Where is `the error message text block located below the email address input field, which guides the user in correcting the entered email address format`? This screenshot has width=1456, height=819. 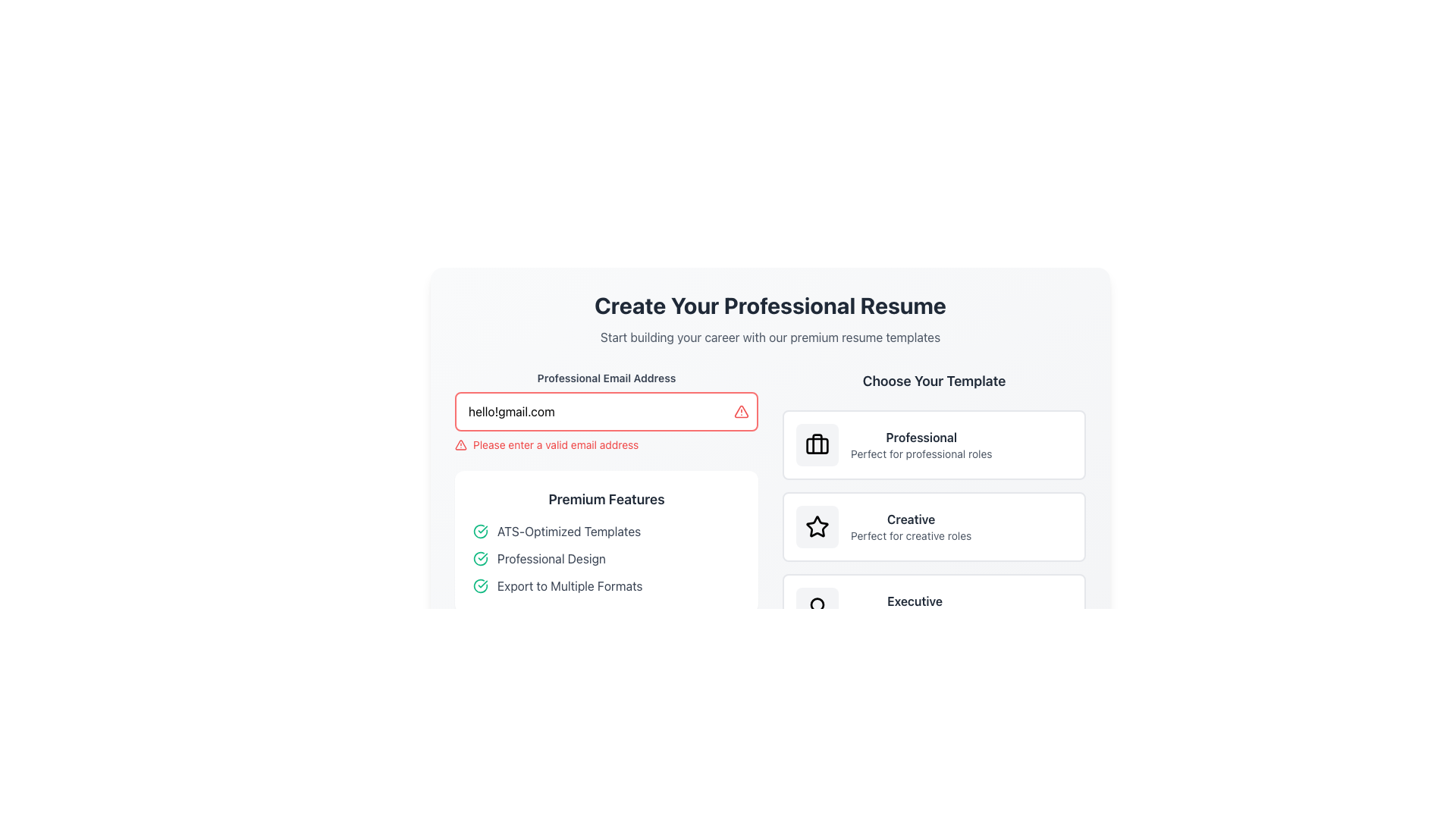
the error message text block located below the email address input field, which guides the user in correcting the entered email address format is located at coordinates (607, 444).